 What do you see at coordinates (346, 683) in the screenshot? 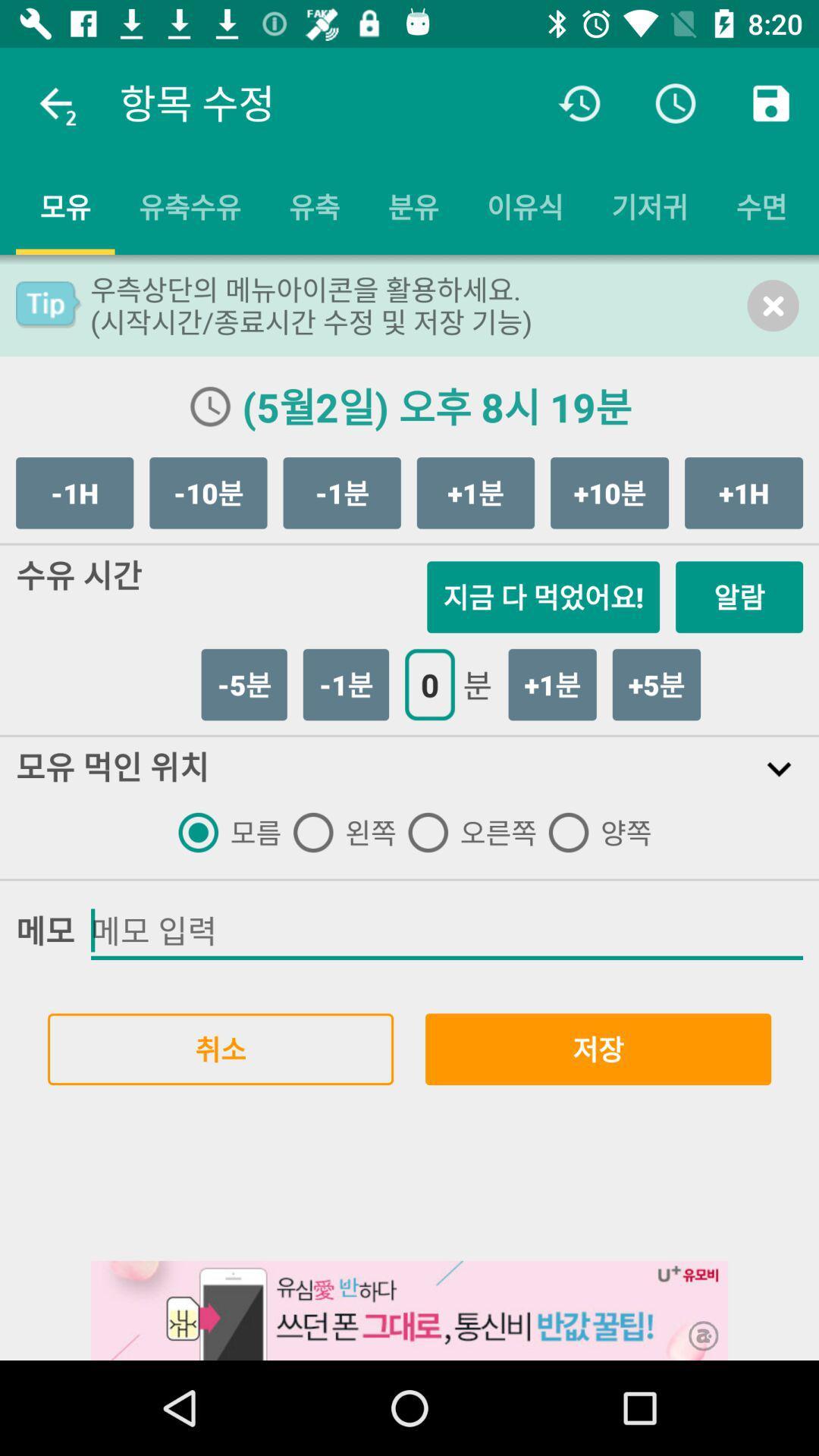
I see `the 1 button which is left to the button 0` at bounding box center [346, 683].